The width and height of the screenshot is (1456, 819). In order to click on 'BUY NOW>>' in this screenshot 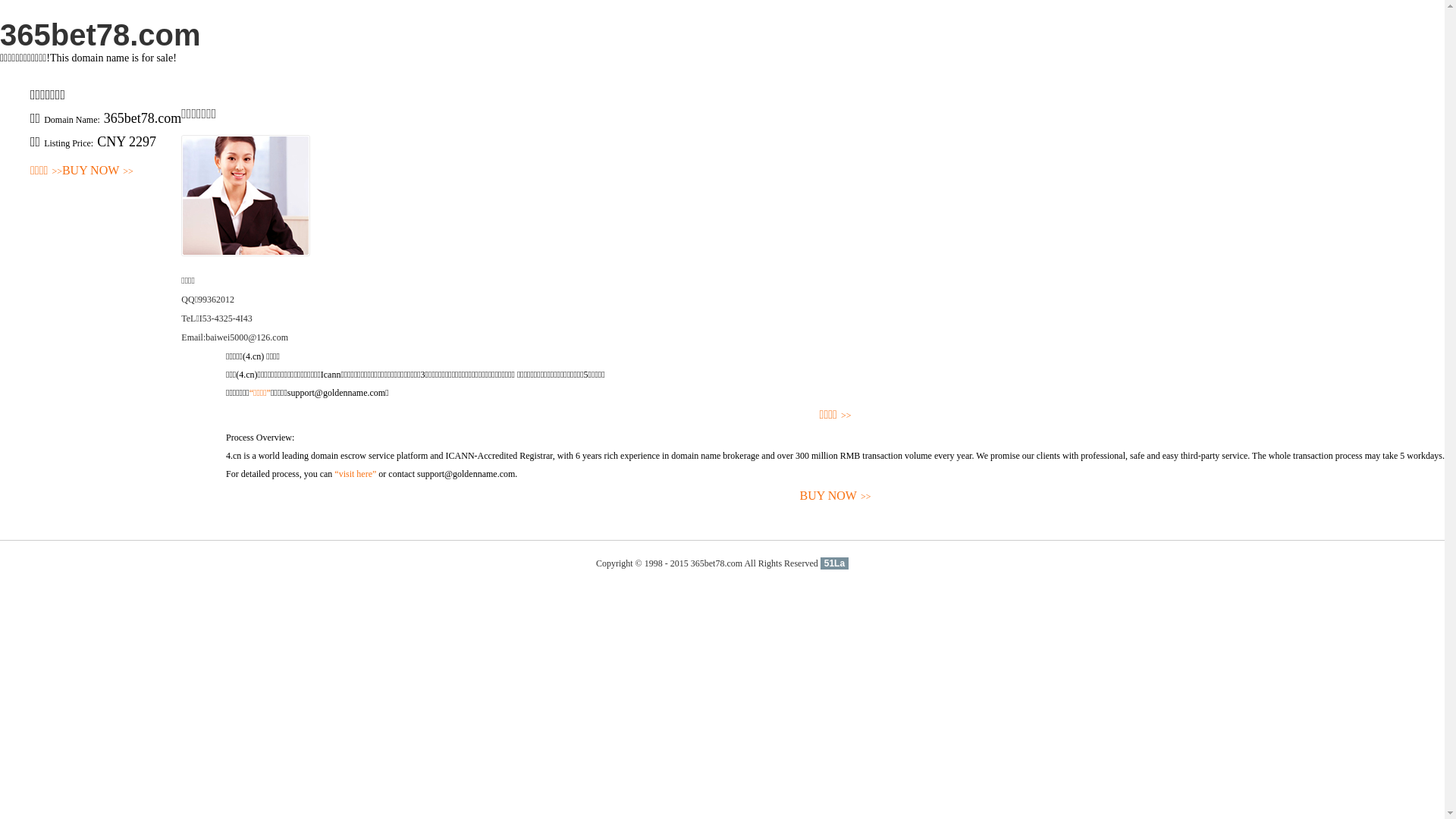, I will do `click(97, 171)`.